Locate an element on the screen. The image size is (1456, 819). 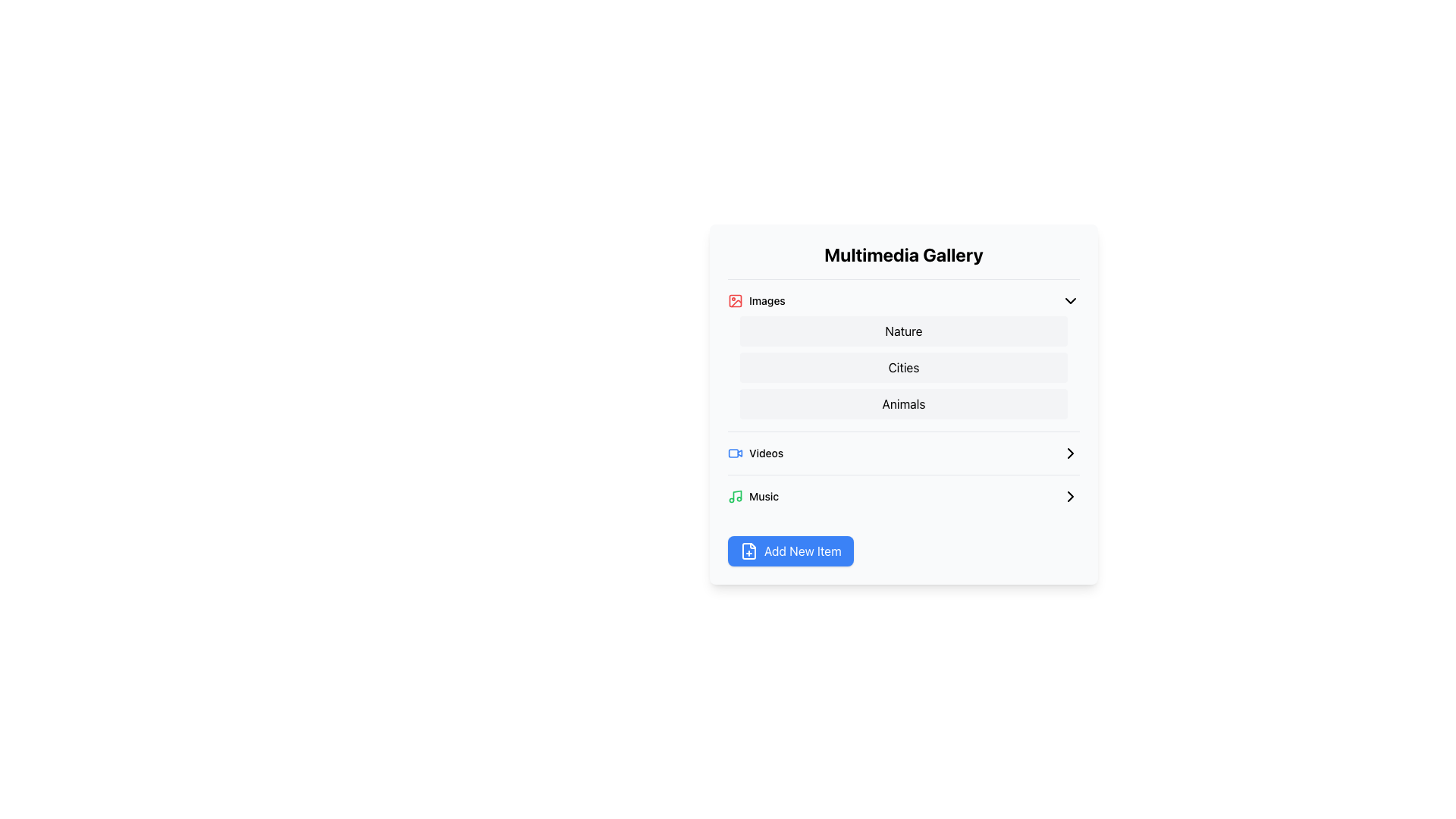
the second selectable item in the 'Multimedia Gallery' is located at coordinates (903, 452).